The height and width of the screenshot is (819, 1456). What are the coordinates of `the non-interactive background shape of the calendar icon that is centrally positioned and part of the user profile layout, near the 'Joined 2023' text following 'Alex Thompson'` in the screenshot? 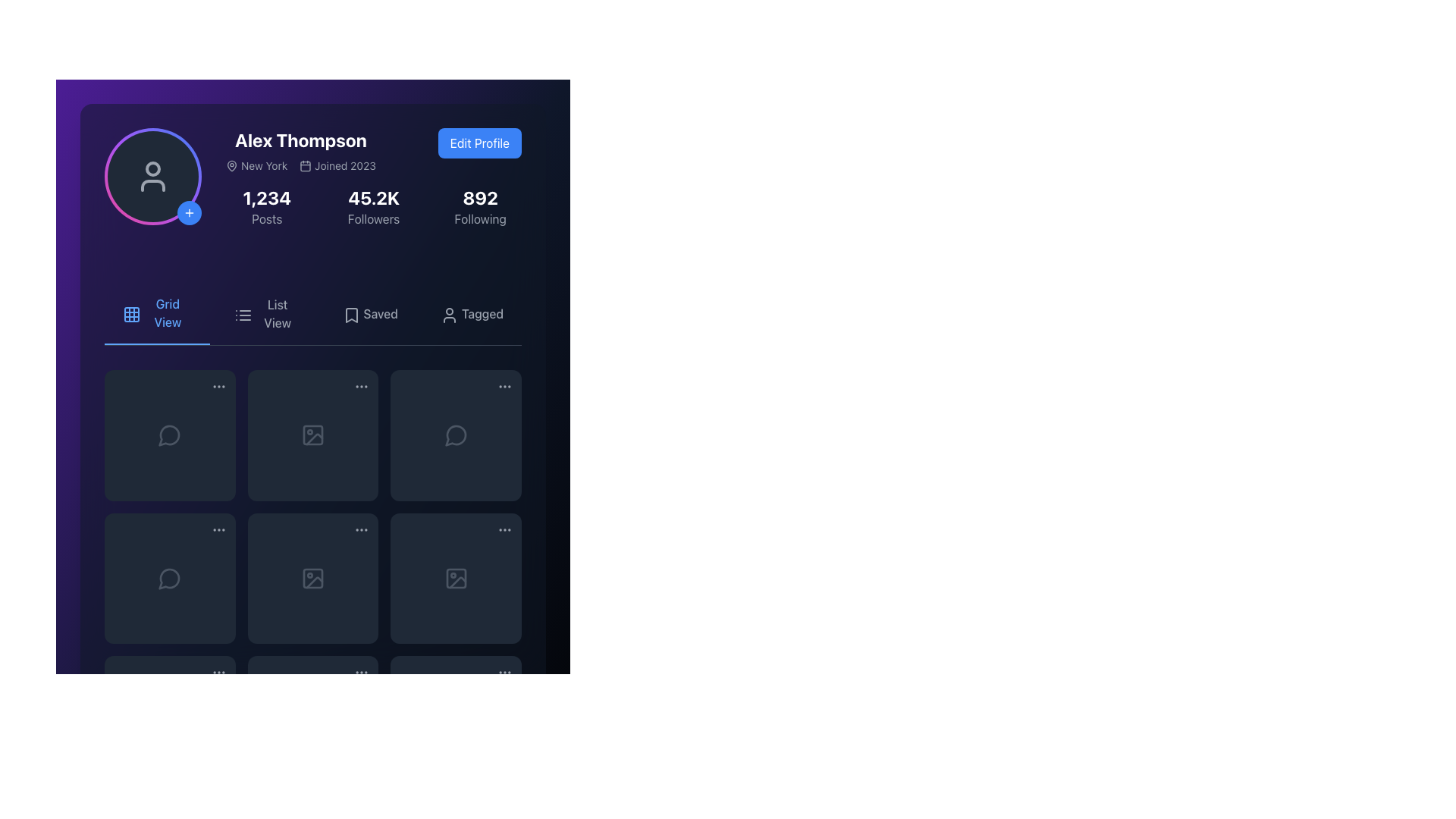 It's located at (305, 166).